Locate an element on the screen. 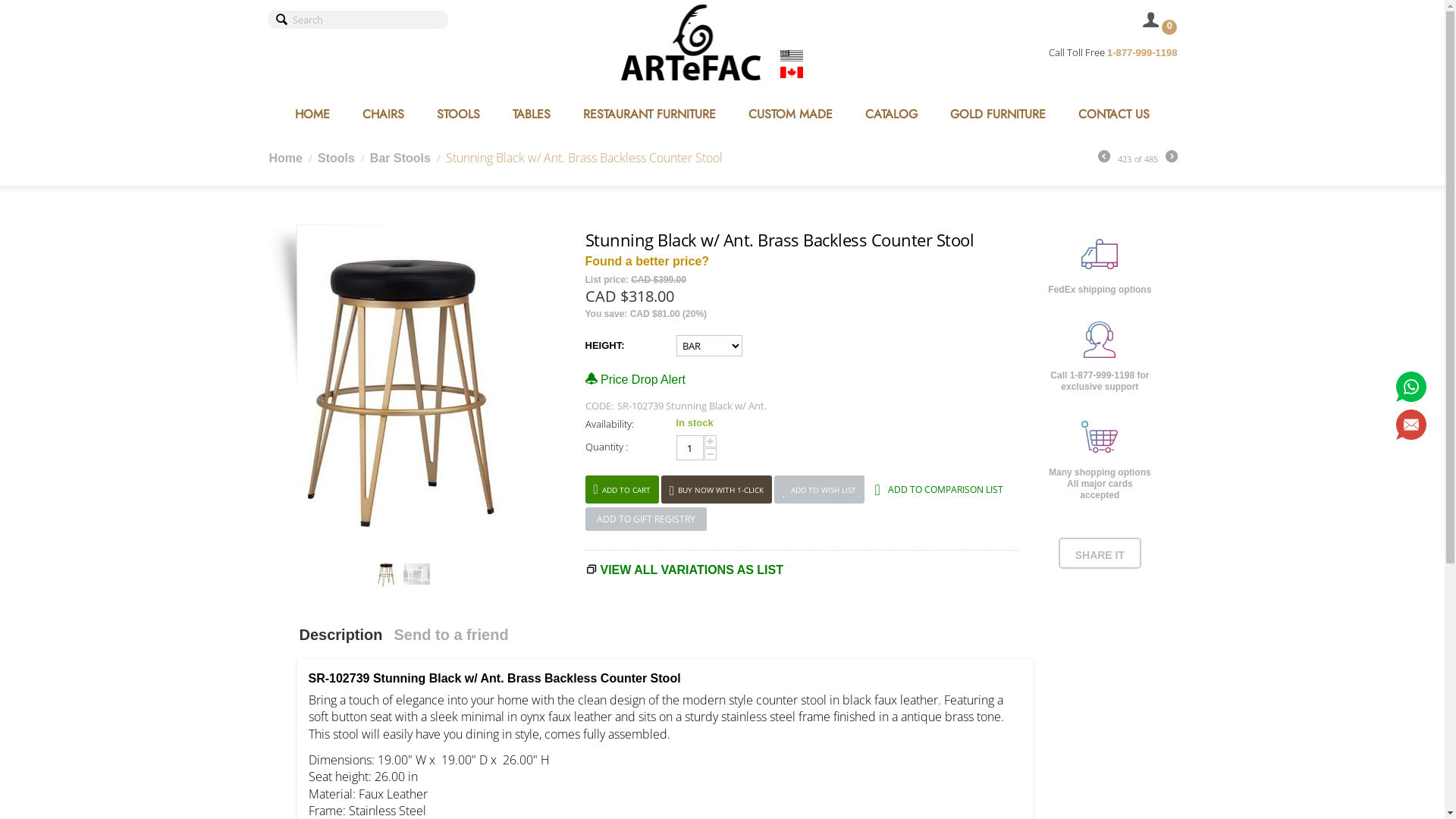 The height and width of the screenshot is (819, 1456). 'Send to a friend' is located at coordinates (454, 642).